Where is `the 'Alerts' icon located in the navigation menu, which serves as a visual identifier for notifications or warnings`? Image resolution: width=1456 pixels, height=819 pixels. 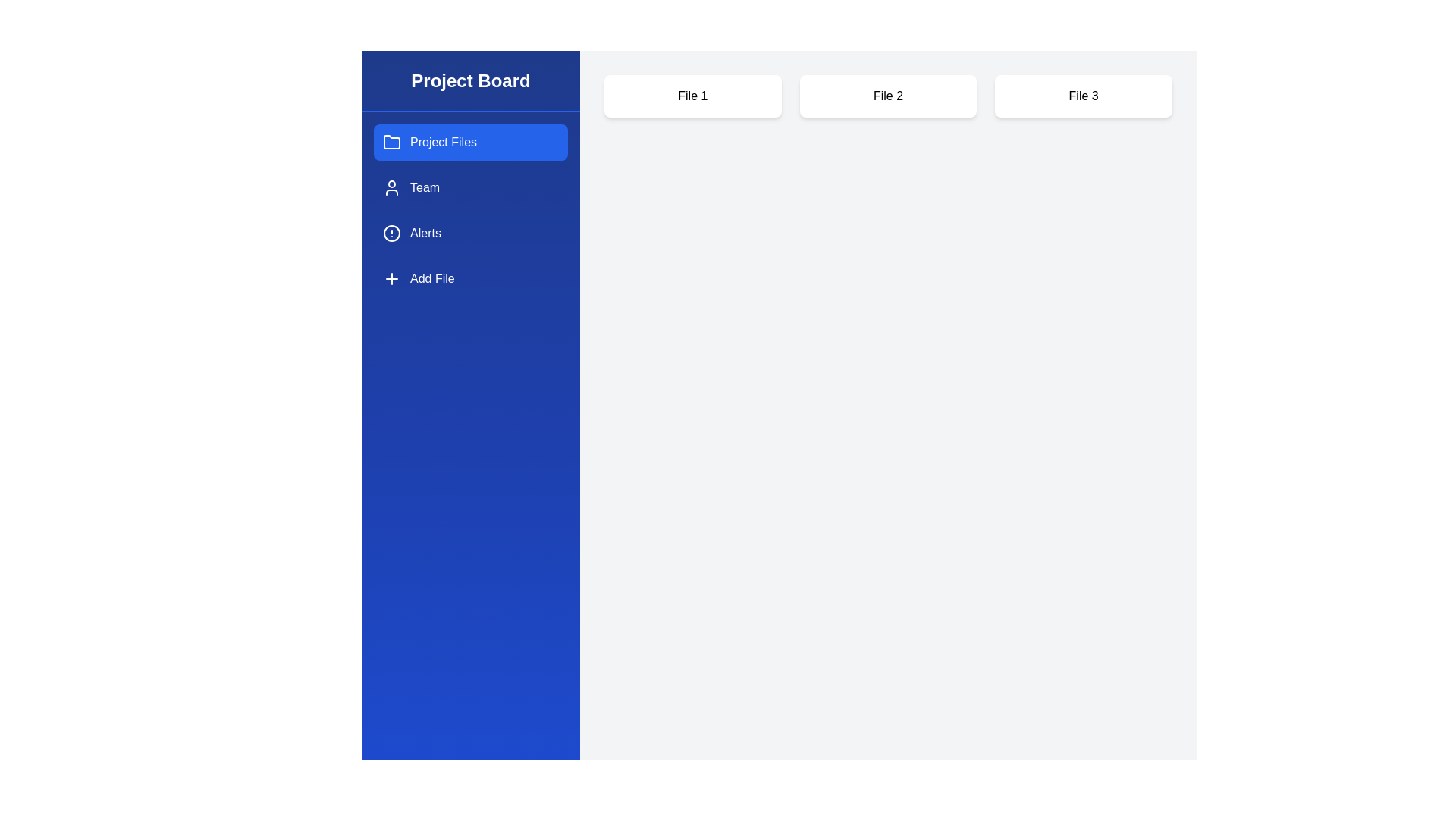
the 'Alerts' icon located in the navigation menu, which serves as a visual identifier for notifications or warnings is located at coordinates (392, 234).